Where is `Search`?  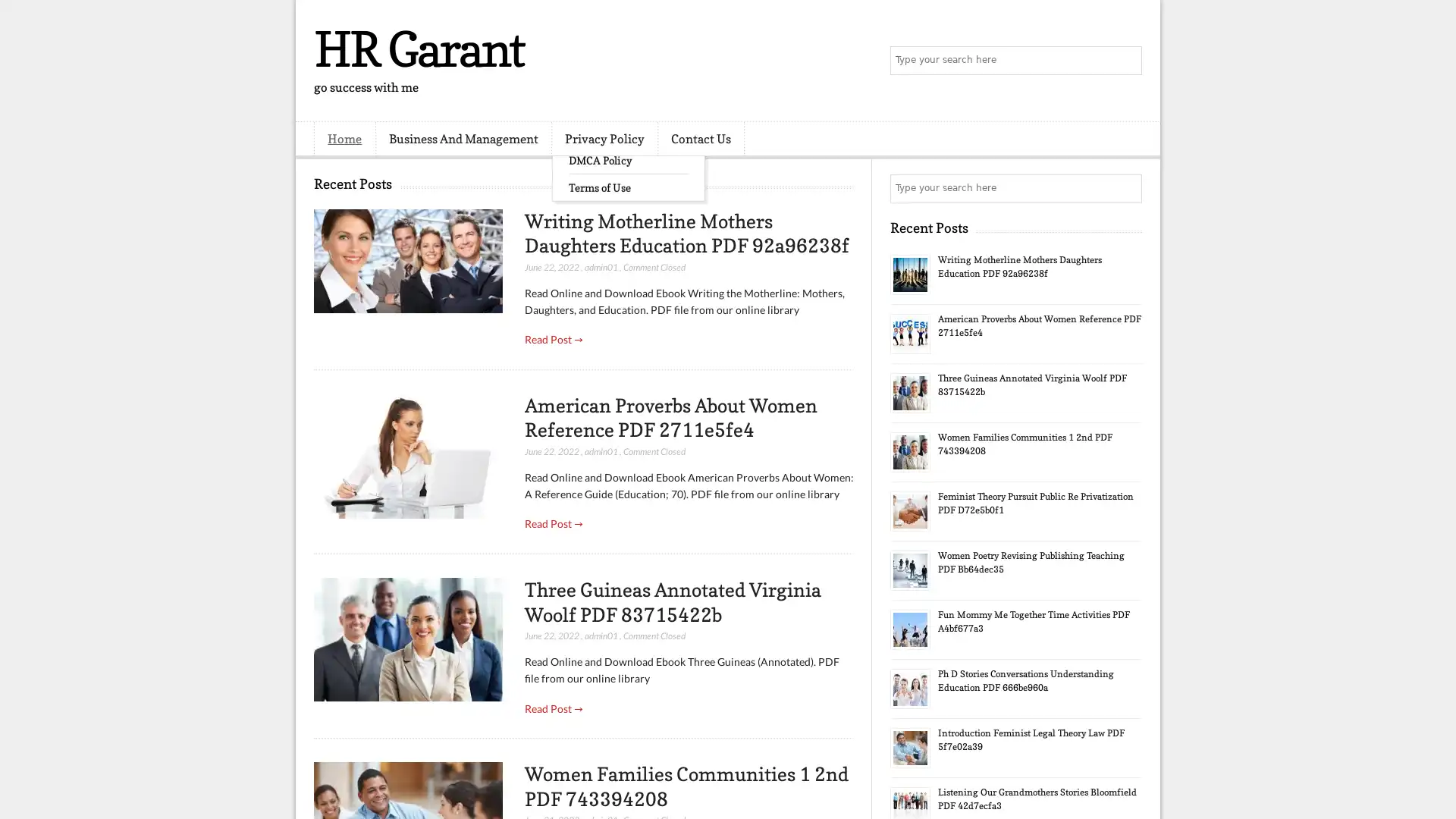
Search is located at coordinates (1126, 188).